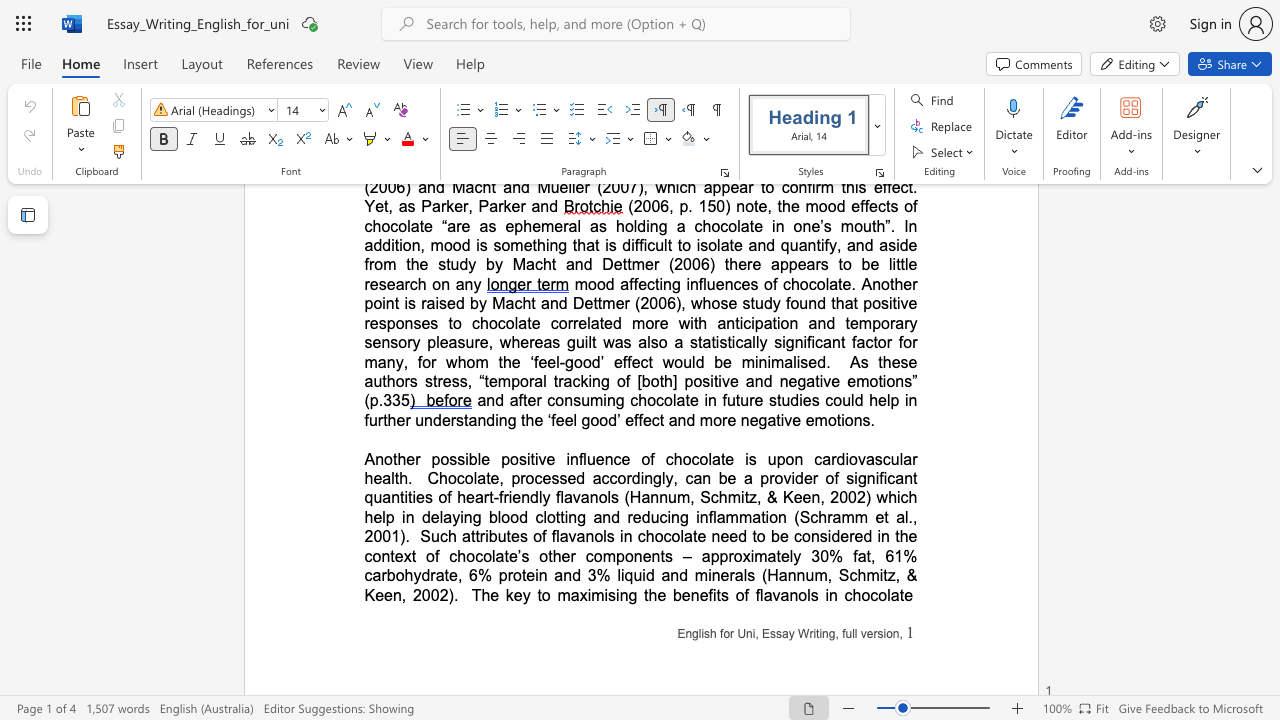  Describe the element at coordinates (384, 459) in the screenshot. I see `the subset text "other possible posi" within the text "Another possible positive influence of chocolate is upon cardiovascular health"` at that location.